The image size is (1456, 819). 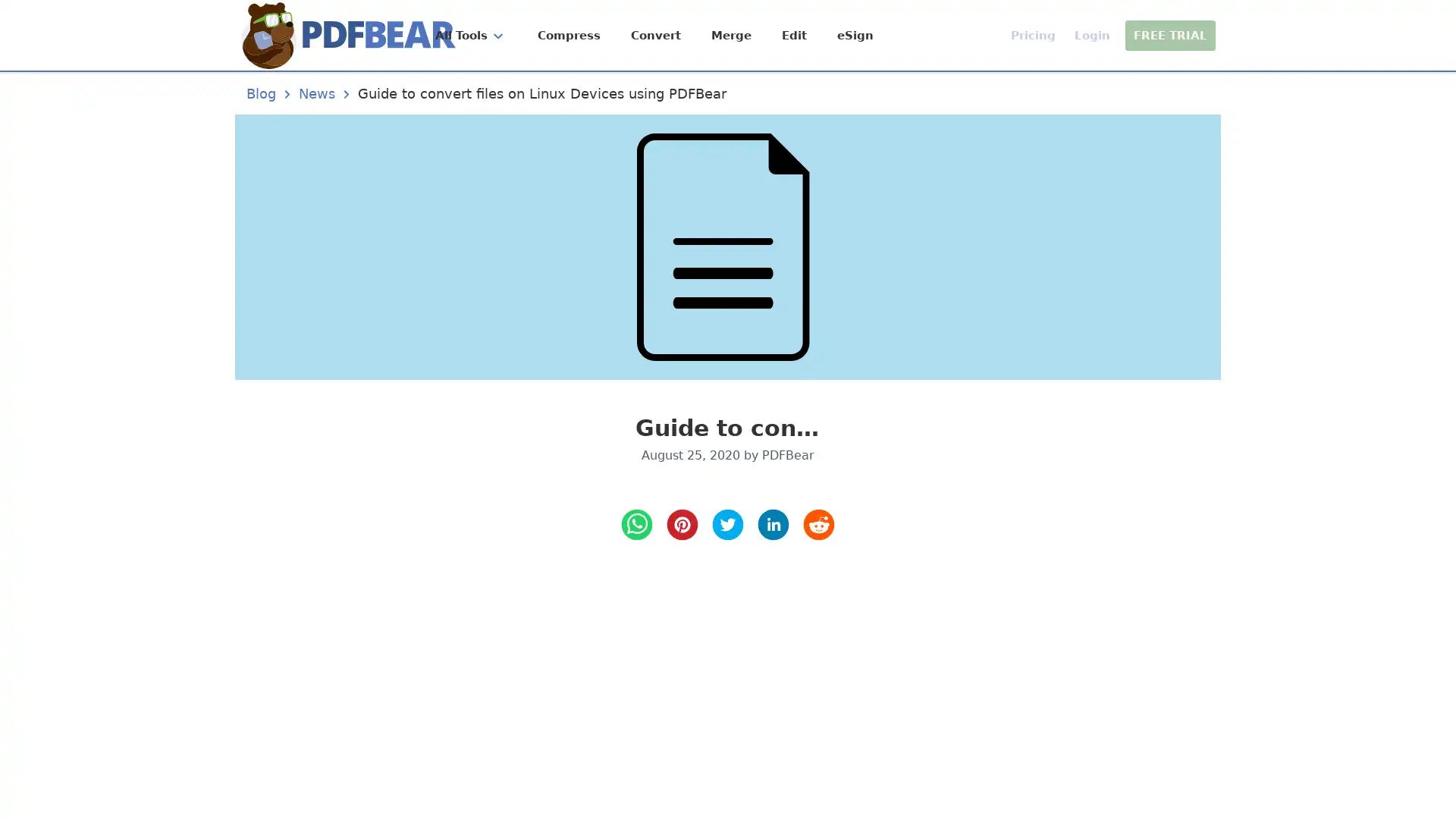 I want to click on Whatsapp, so click(x=637, y=523).